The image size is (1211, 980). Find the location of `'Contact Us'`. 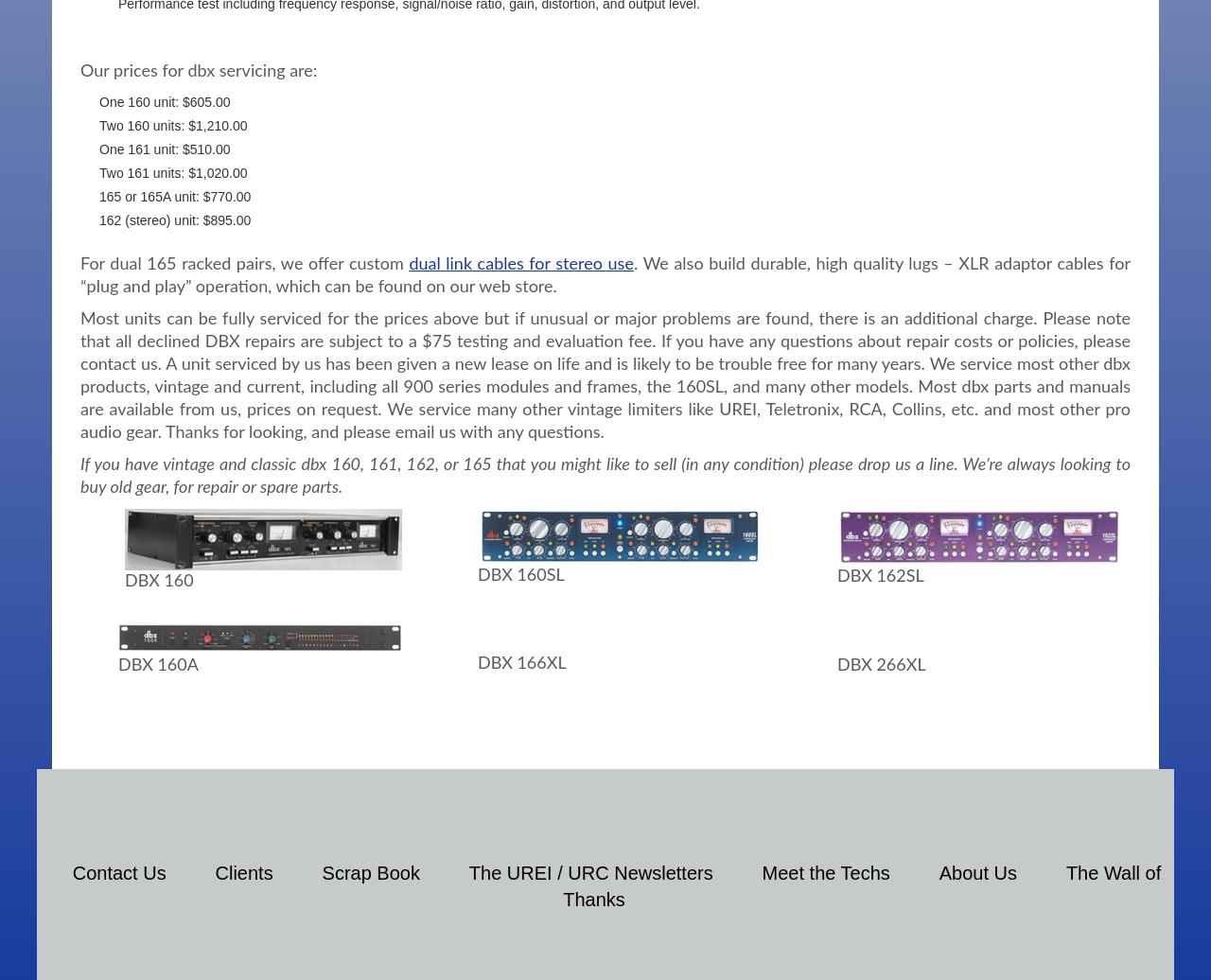

'Contact Us' is located at coordinates (72, 872).